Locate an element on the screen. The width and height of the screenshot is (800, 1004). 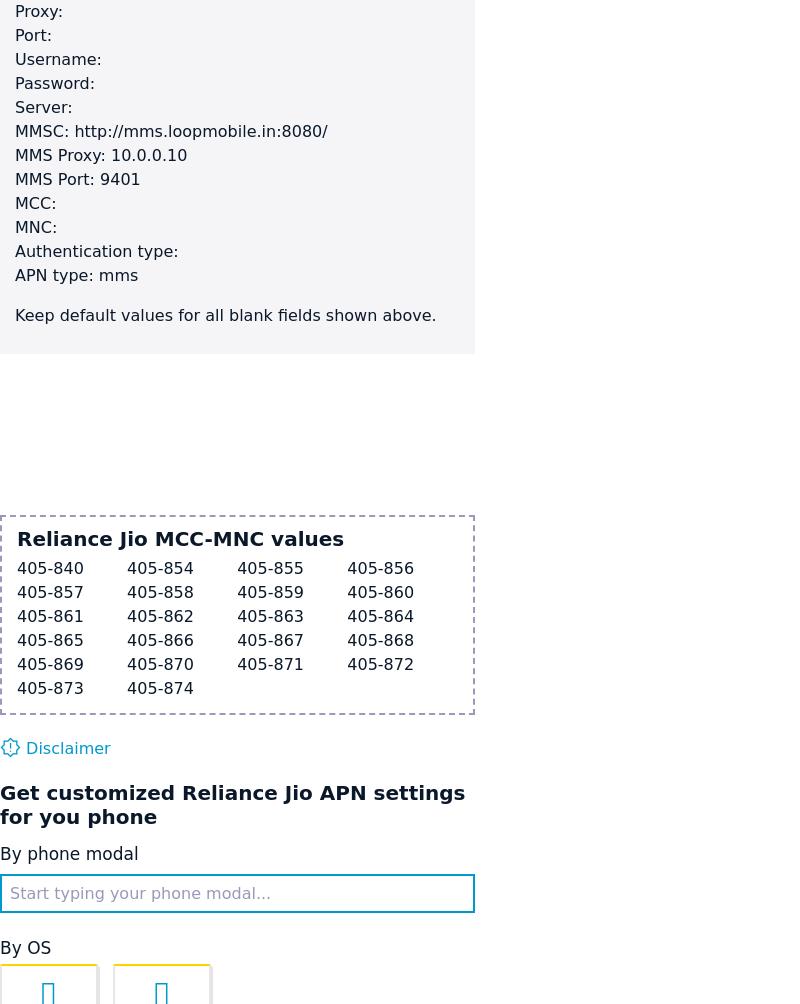
'Keep default values for all blank fields shown above.' is located at coordinates (225, 315).